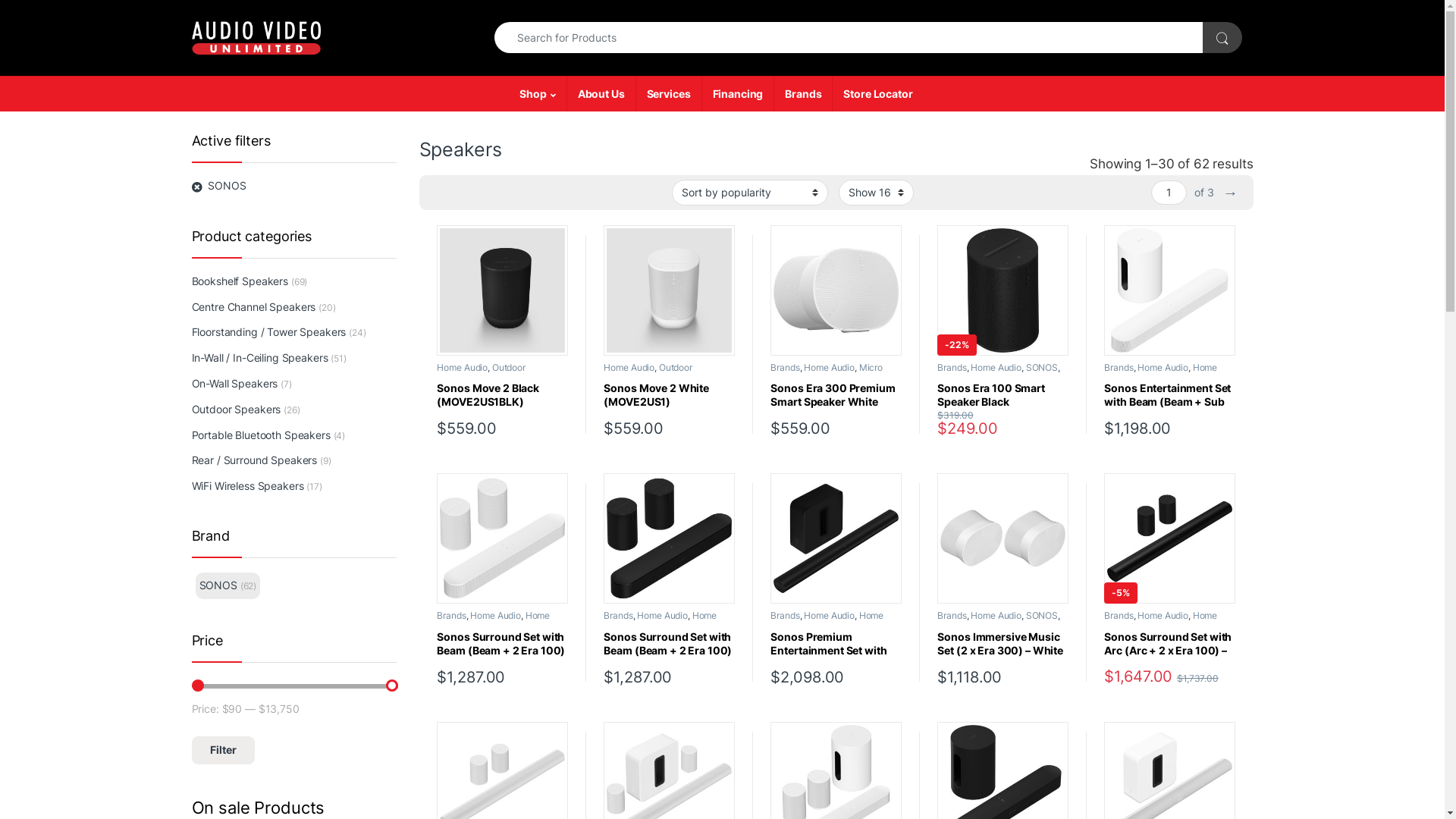 This screenshot has width=1456, height=819. I want to click on 'Floorstanding / Tower Speakers', so click(268, 332).